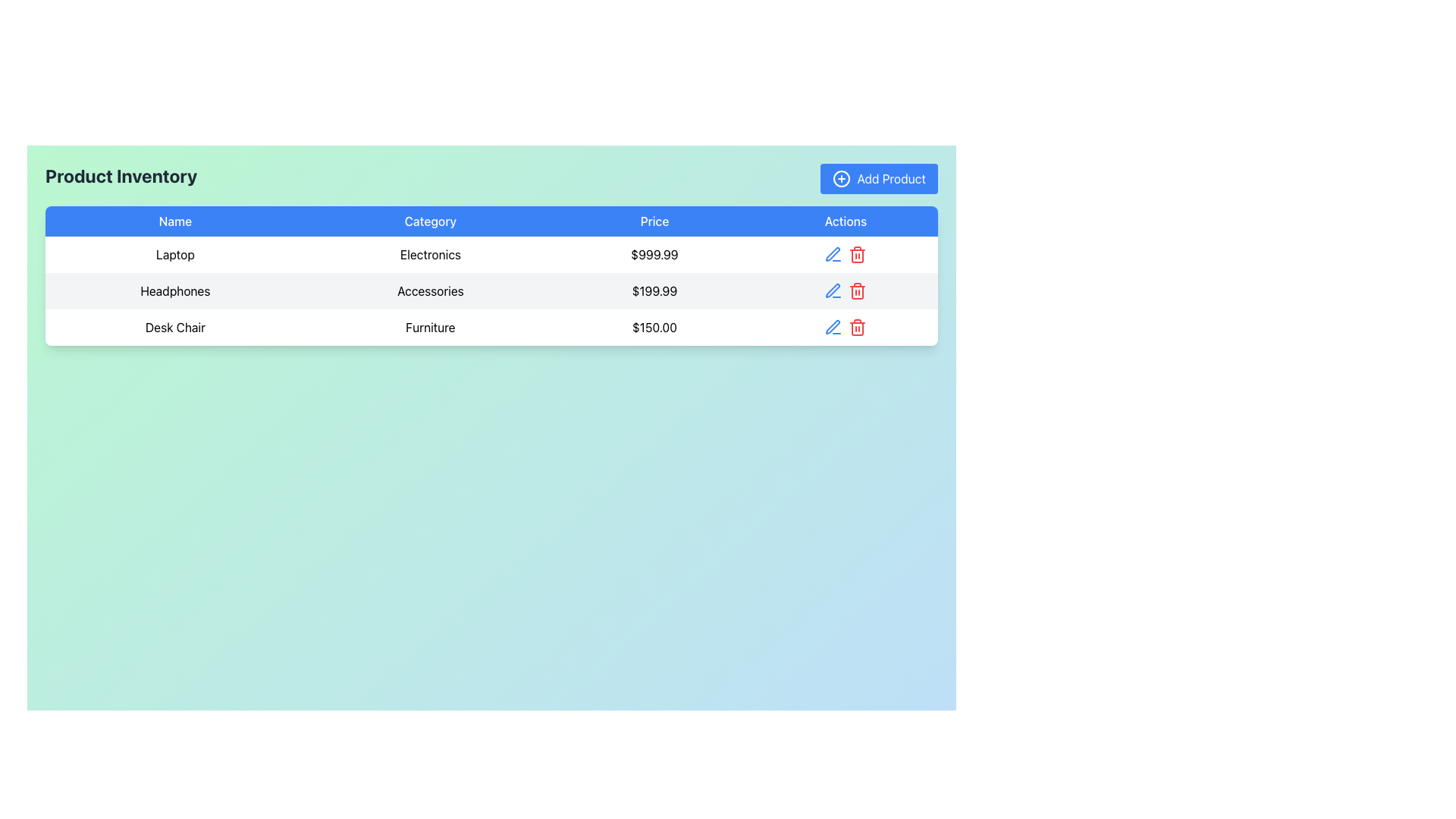 This screenshot has width=1456, height=819. Describe the element at coordinates (429, 291) in the screenshot. I see `the category label in the second row of the table under the 'Category' column, which identifies the type of item listed next to 'Headphones' and '$199.99'` at that location.